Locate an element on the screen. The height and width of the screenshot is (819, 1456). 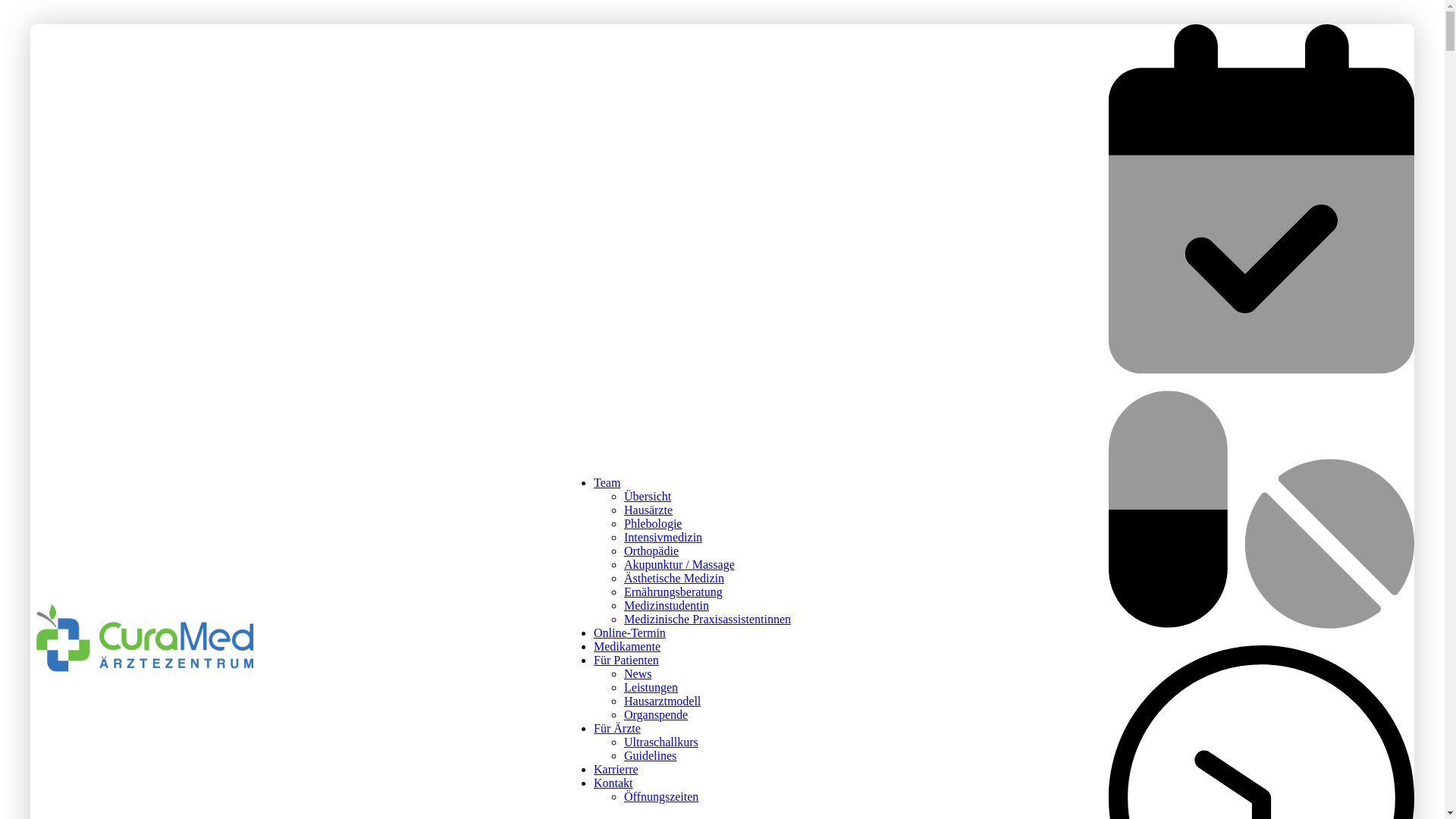
'Kontakt' is located at coordinates (613, 783).